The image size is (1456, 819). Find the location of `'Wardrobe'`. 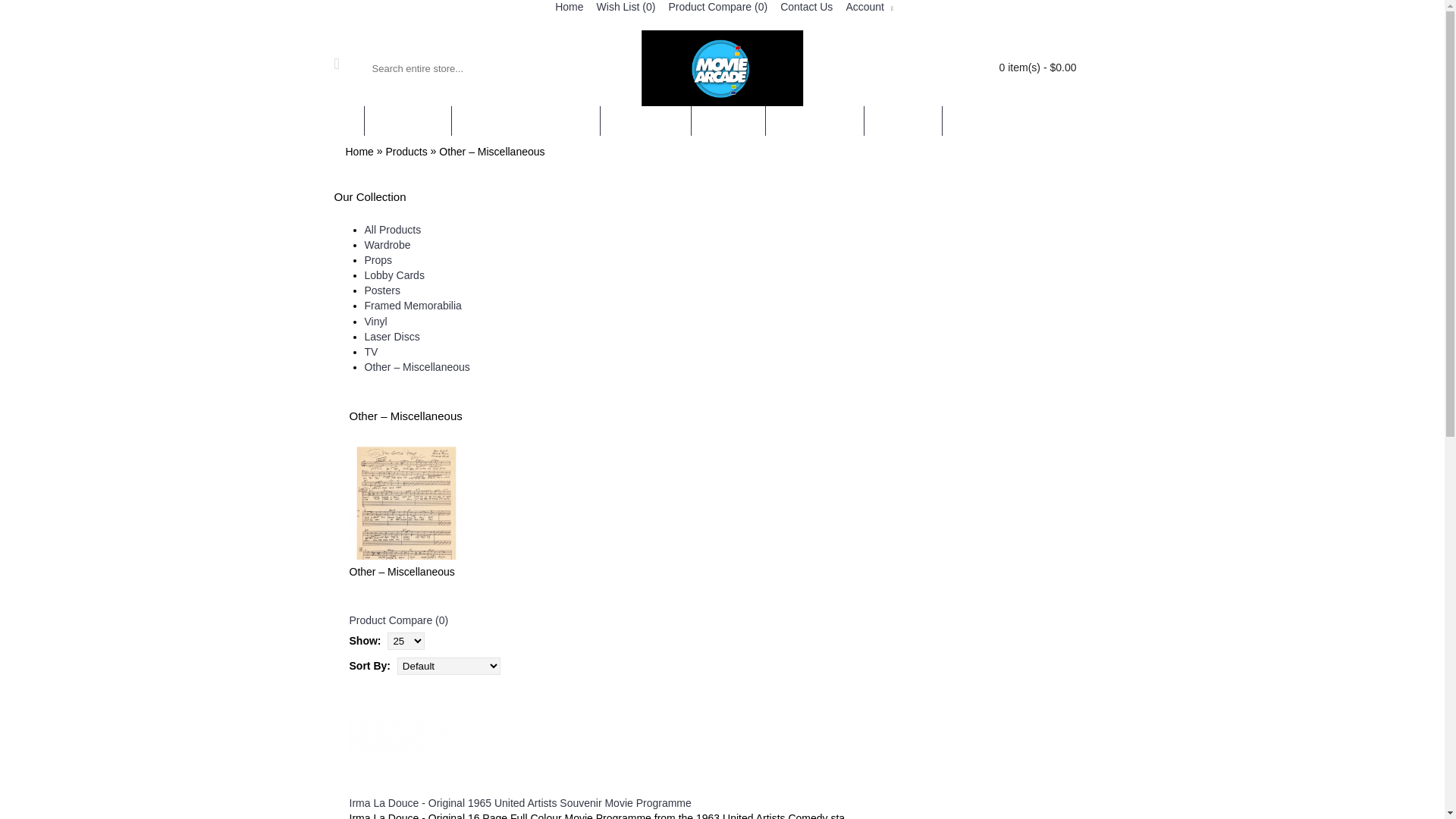

'Wardrobe' is located at coordinates (387, 244).